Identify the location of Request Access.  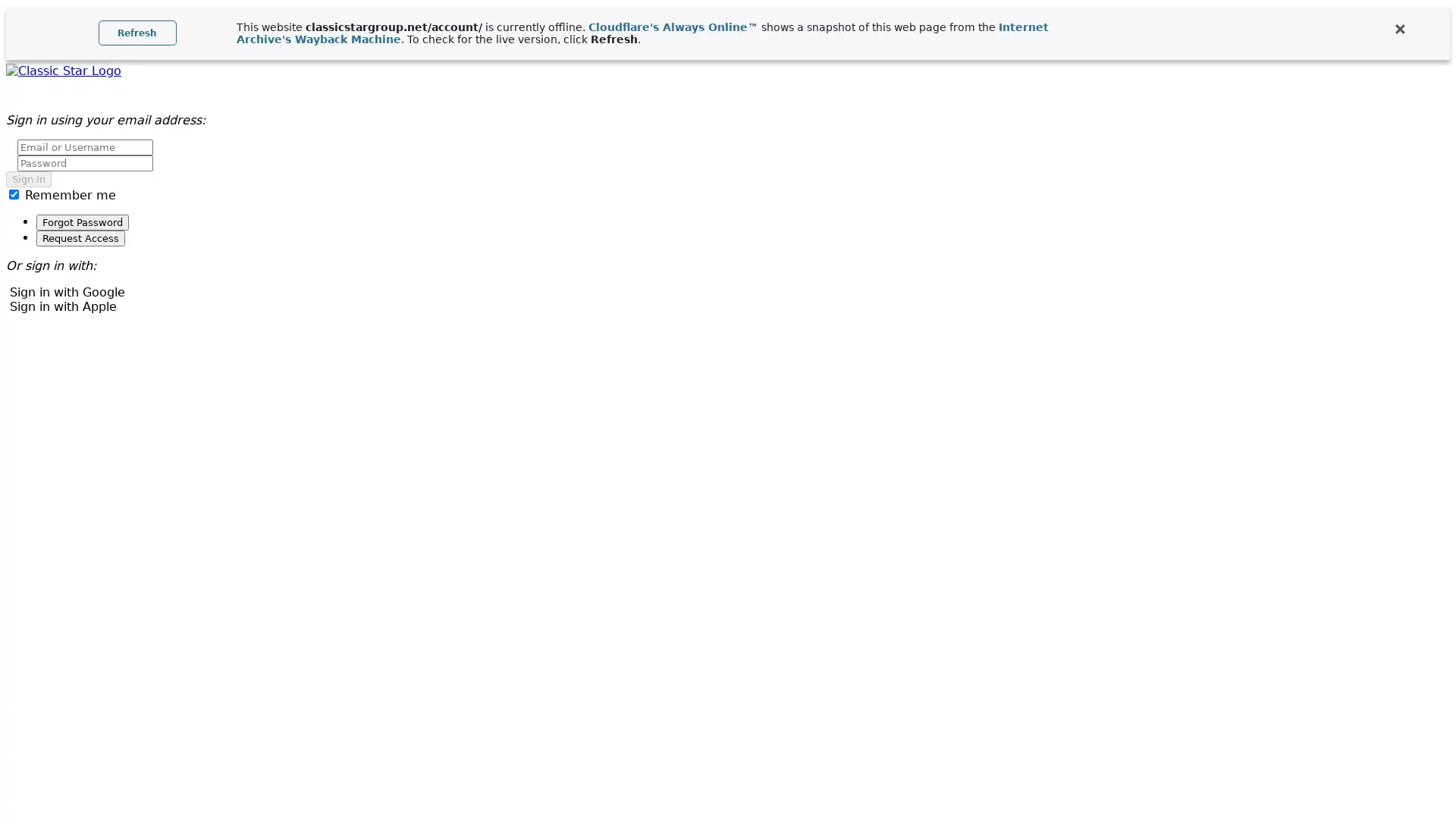
(80, 238).